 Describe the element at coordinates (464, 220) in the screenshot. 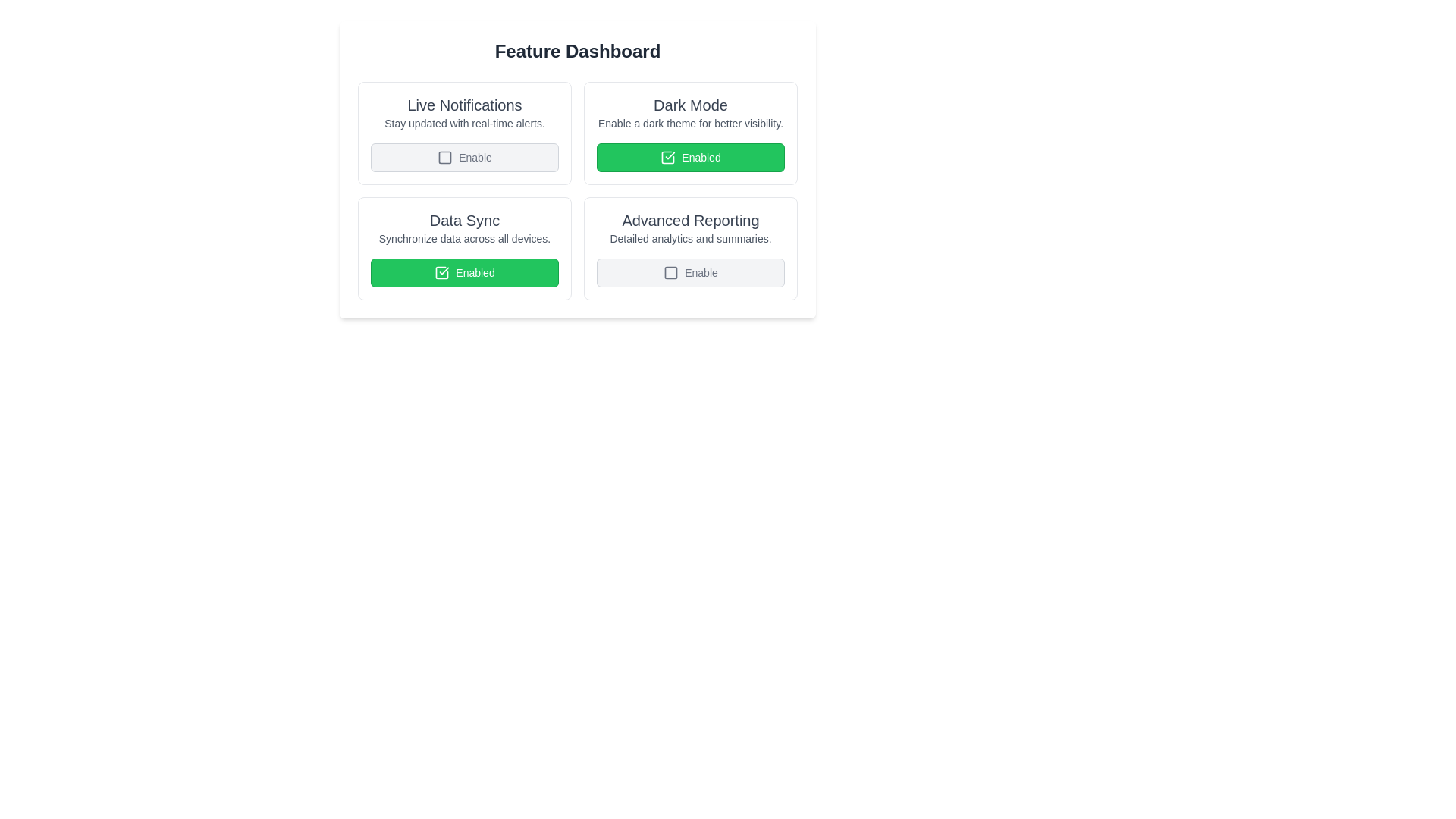

I see `the Text label that serves as a heading for the second feature card from the left in the second row, which describes the card's functionality about synchronizing data across devices` at that location.